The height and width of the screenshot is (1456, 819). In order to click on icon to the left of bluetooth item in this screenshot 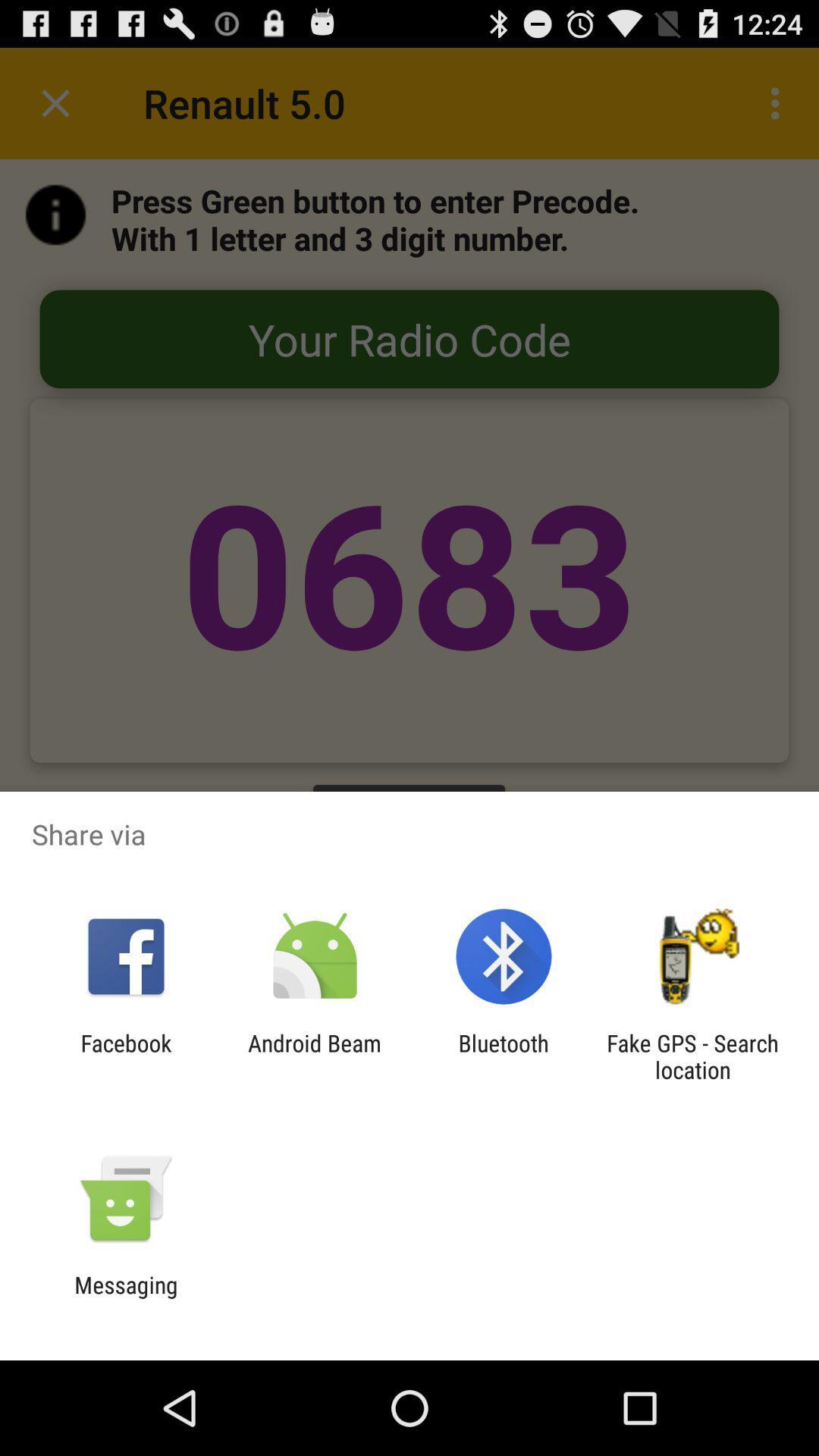, I will do `click(314, 1056)`.